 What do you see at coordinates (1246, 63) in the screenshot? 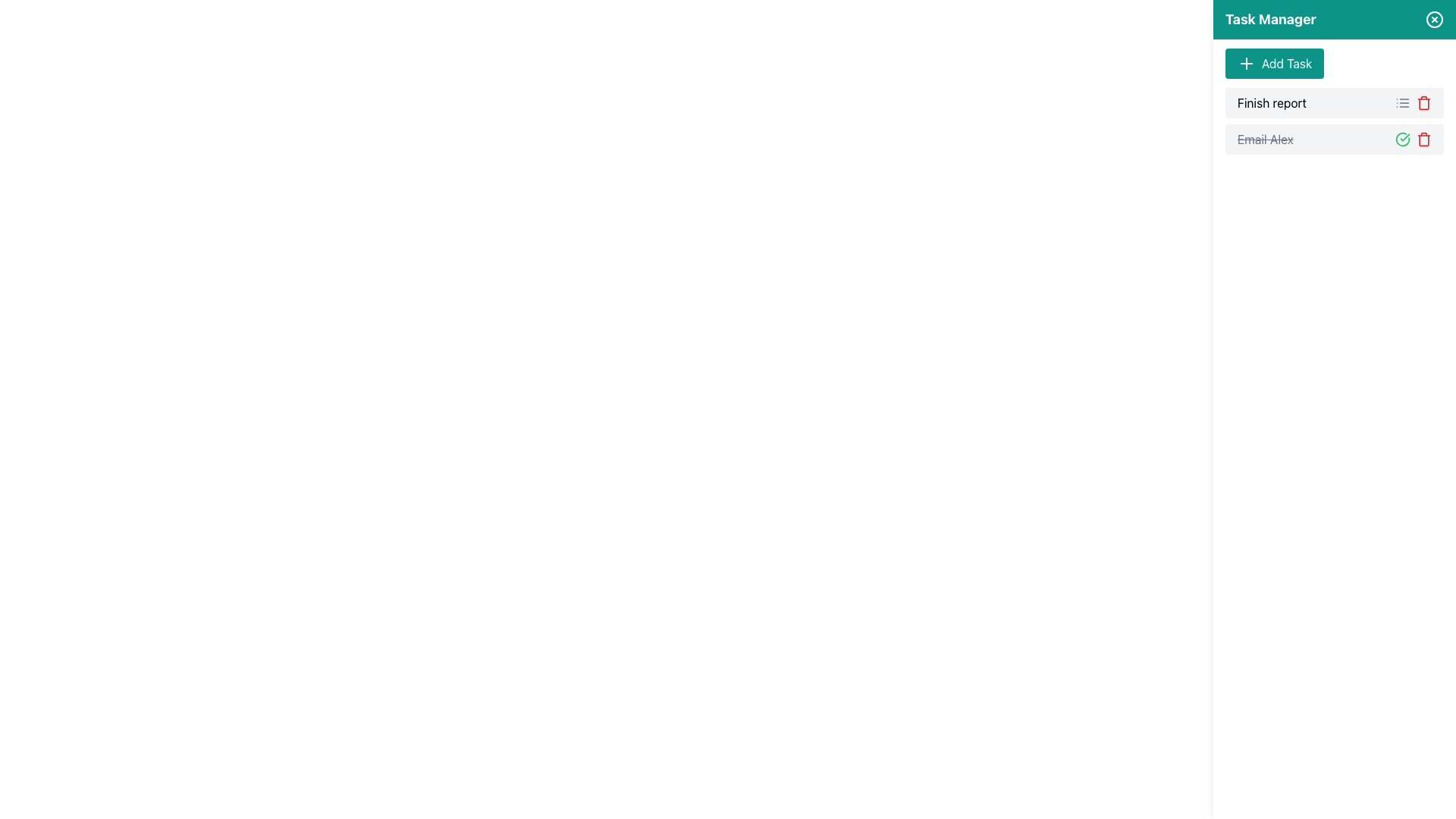
I see `the icon inside the green rectangular button labeled 'Add Task' in the 'Task Manager' section located at the top right corner of the interface` at bounding box center [1246, 63].